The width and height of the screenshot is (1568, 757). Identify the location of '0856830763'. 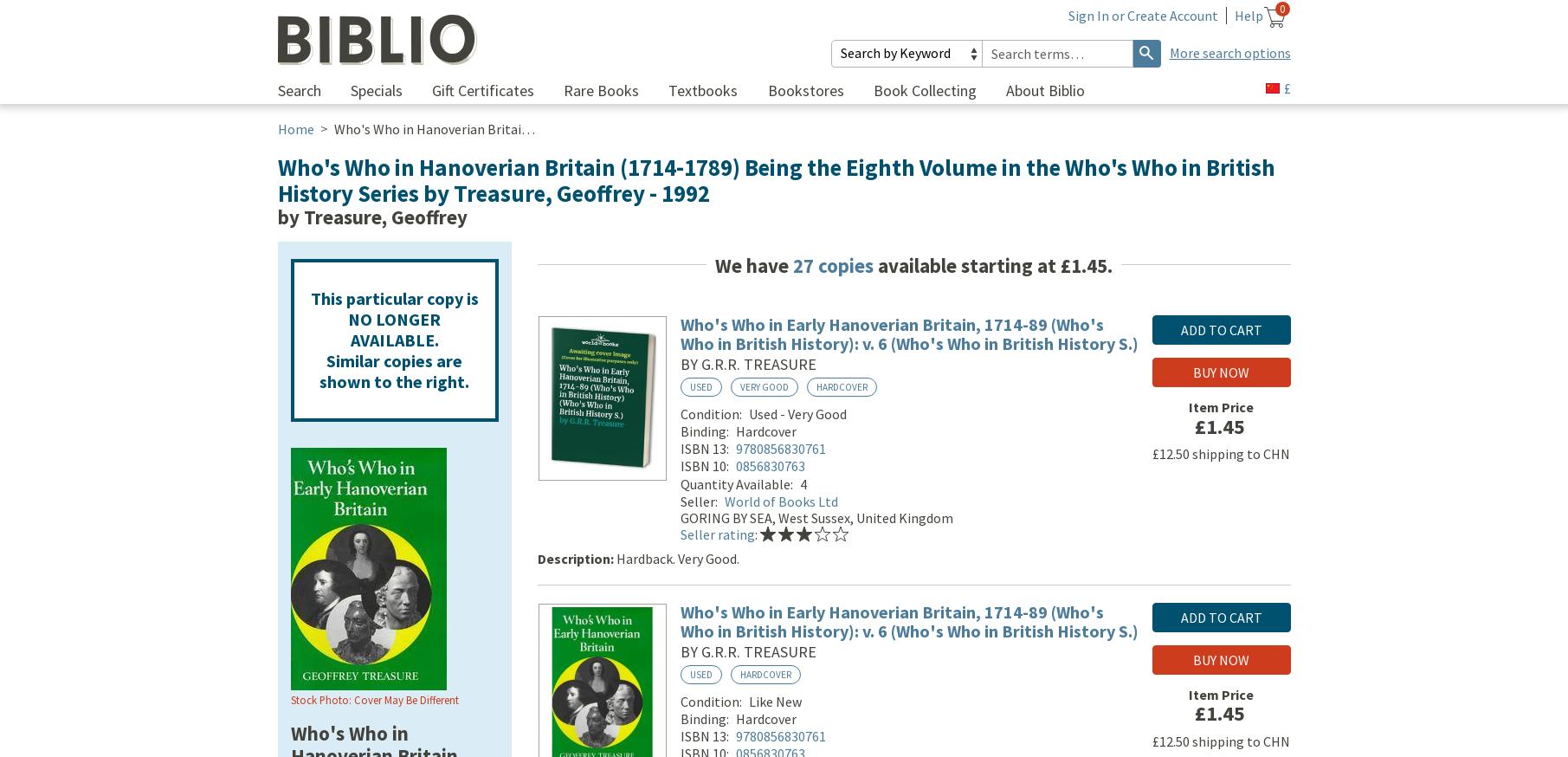
(734, 469).